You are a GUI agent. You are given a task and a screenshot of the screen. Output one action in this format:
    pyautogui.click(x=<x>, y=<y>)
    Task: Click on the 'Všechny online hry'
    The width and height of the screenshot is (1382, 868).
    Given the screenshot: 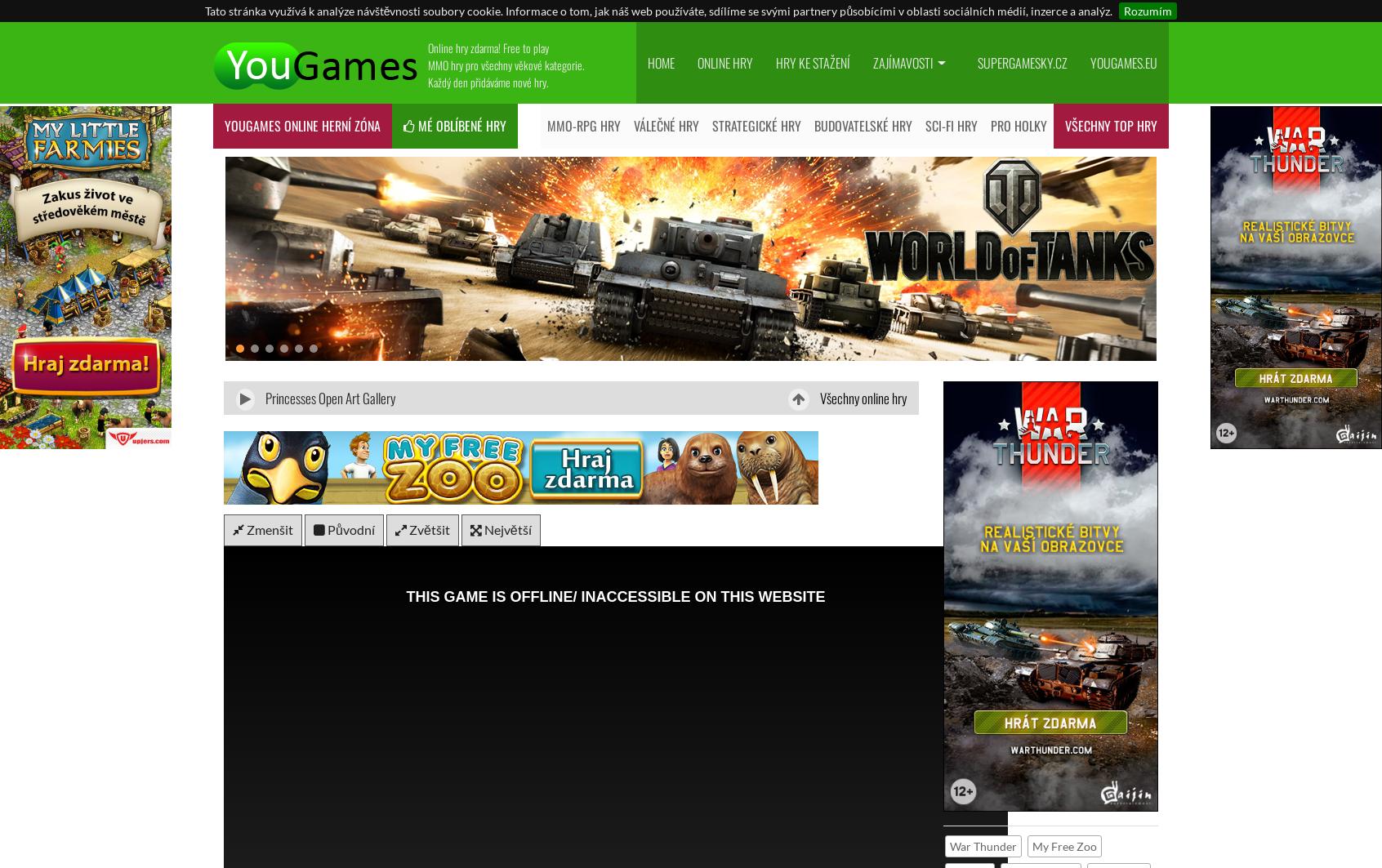 What is the action you would take?
    pyautogui.click(x=860, y=398)
    